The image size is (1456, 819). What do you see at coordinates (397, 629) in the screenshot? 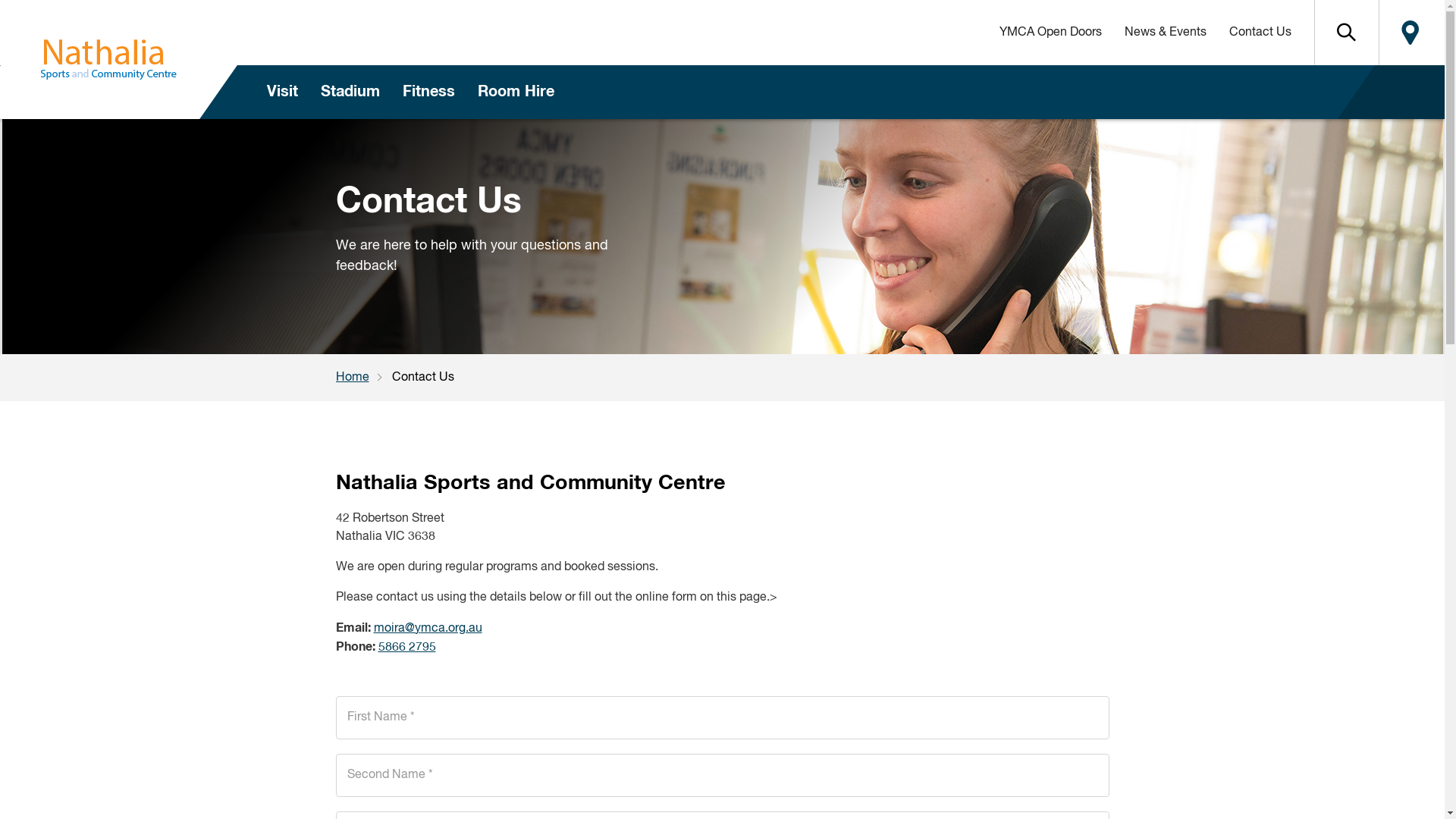
I see `'moira@y'` at bounding box center [397, 629].